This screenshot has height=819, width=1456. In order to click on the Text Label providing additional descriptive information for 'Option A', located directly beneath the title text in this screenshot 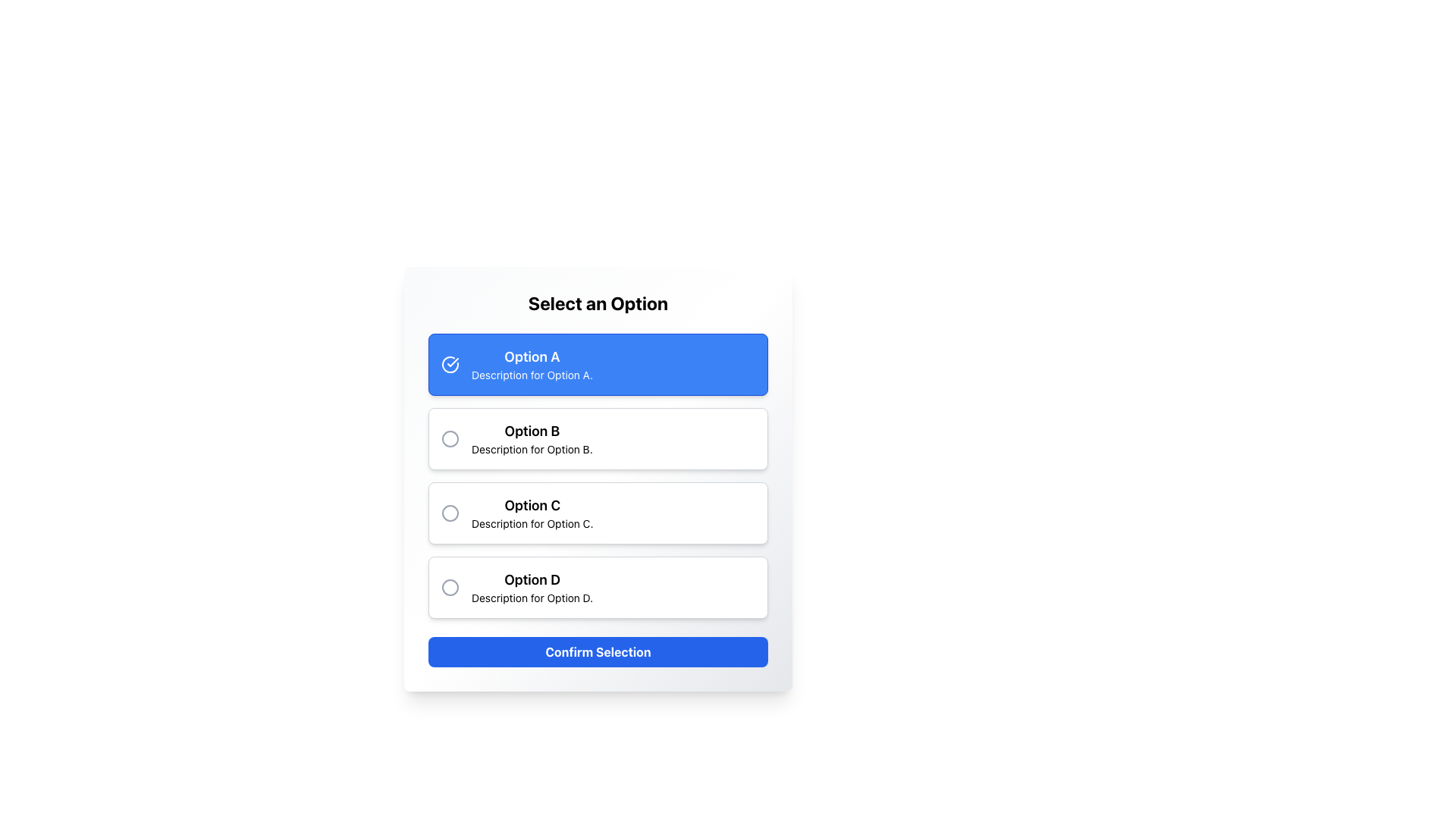, I will do `click(532, 375)`.